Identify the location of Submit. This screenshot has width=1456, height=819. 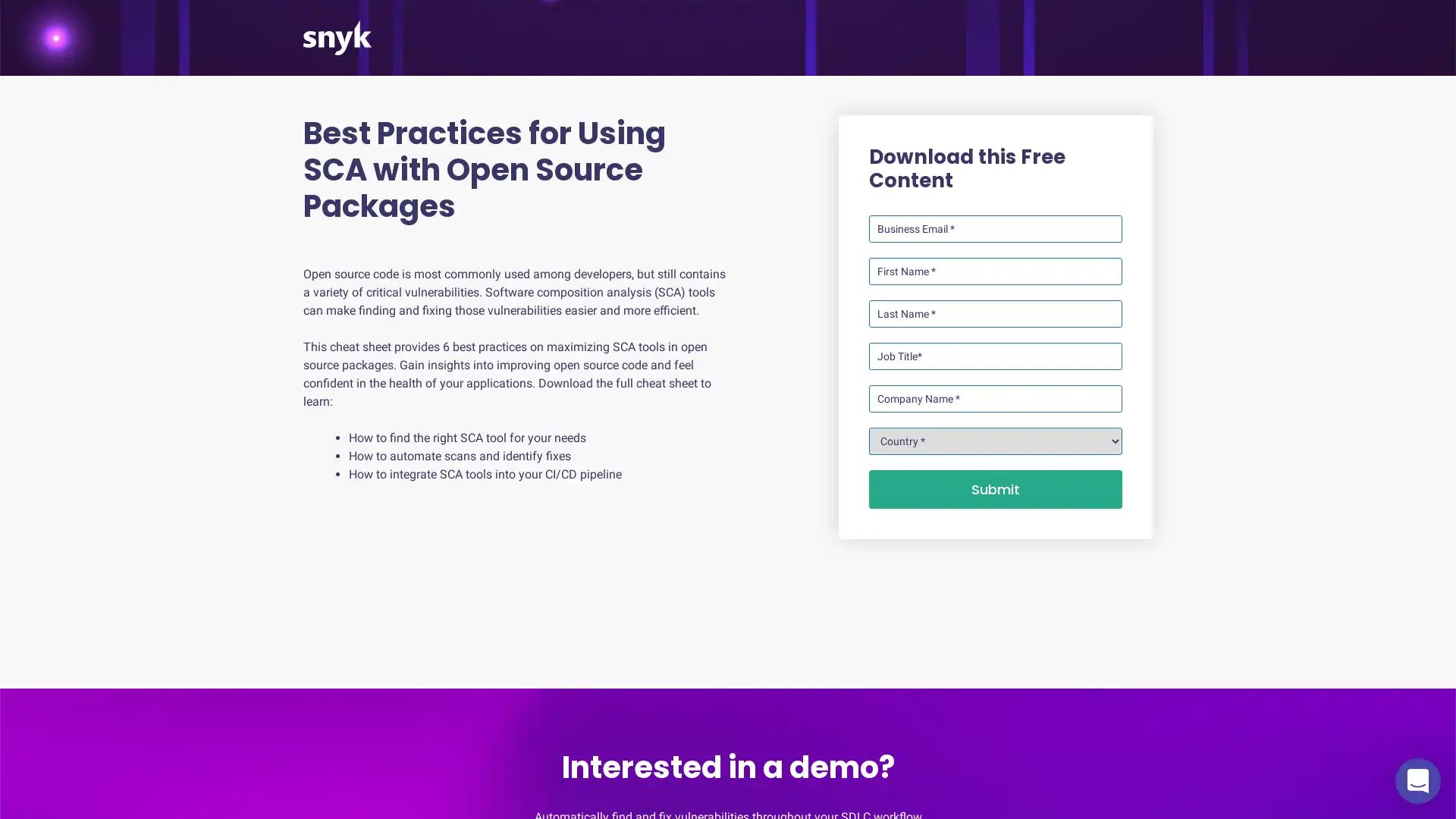
(995, 489).